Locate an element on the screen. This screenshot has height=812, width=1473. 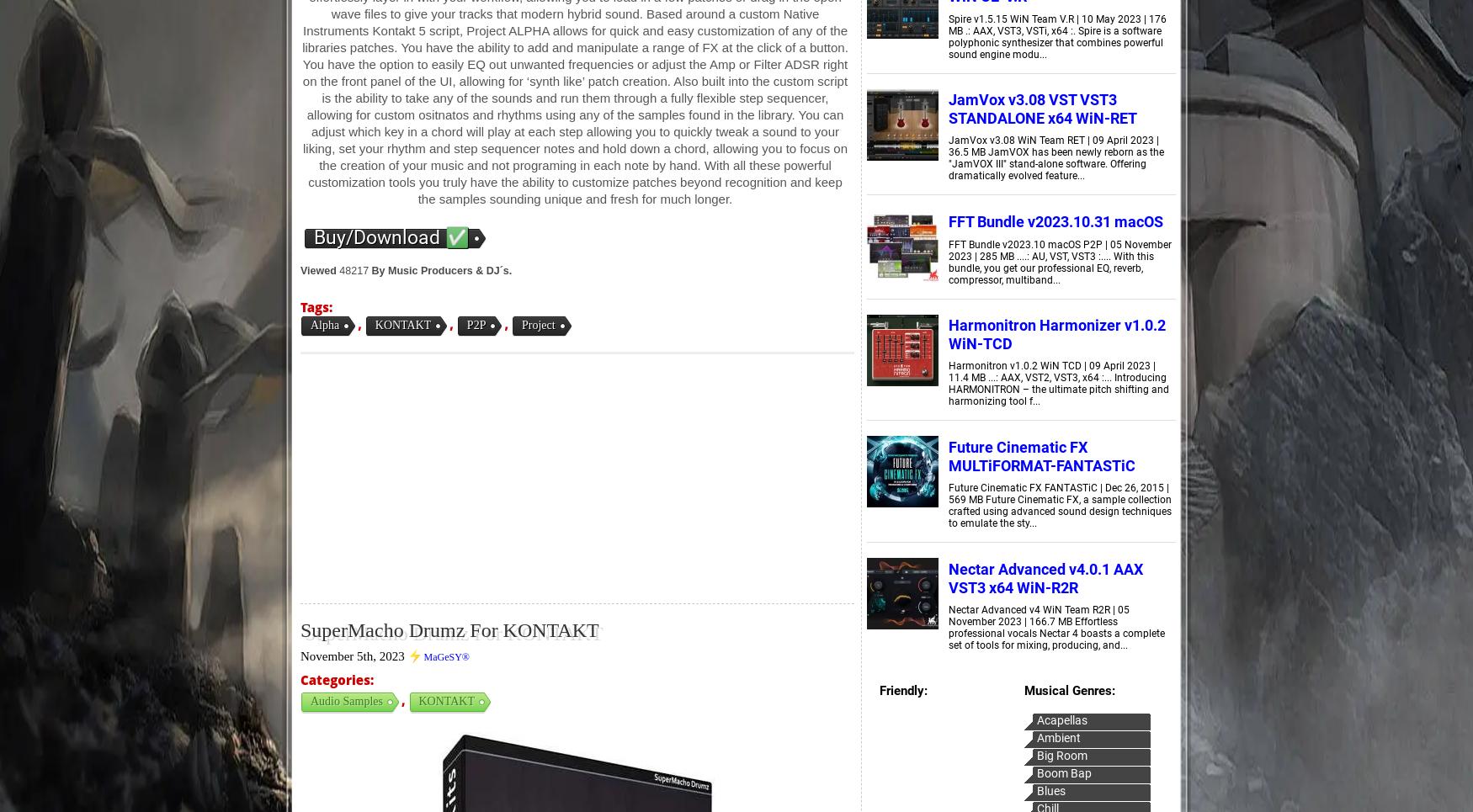
'Viewed' is located at coordinates (300, 270).